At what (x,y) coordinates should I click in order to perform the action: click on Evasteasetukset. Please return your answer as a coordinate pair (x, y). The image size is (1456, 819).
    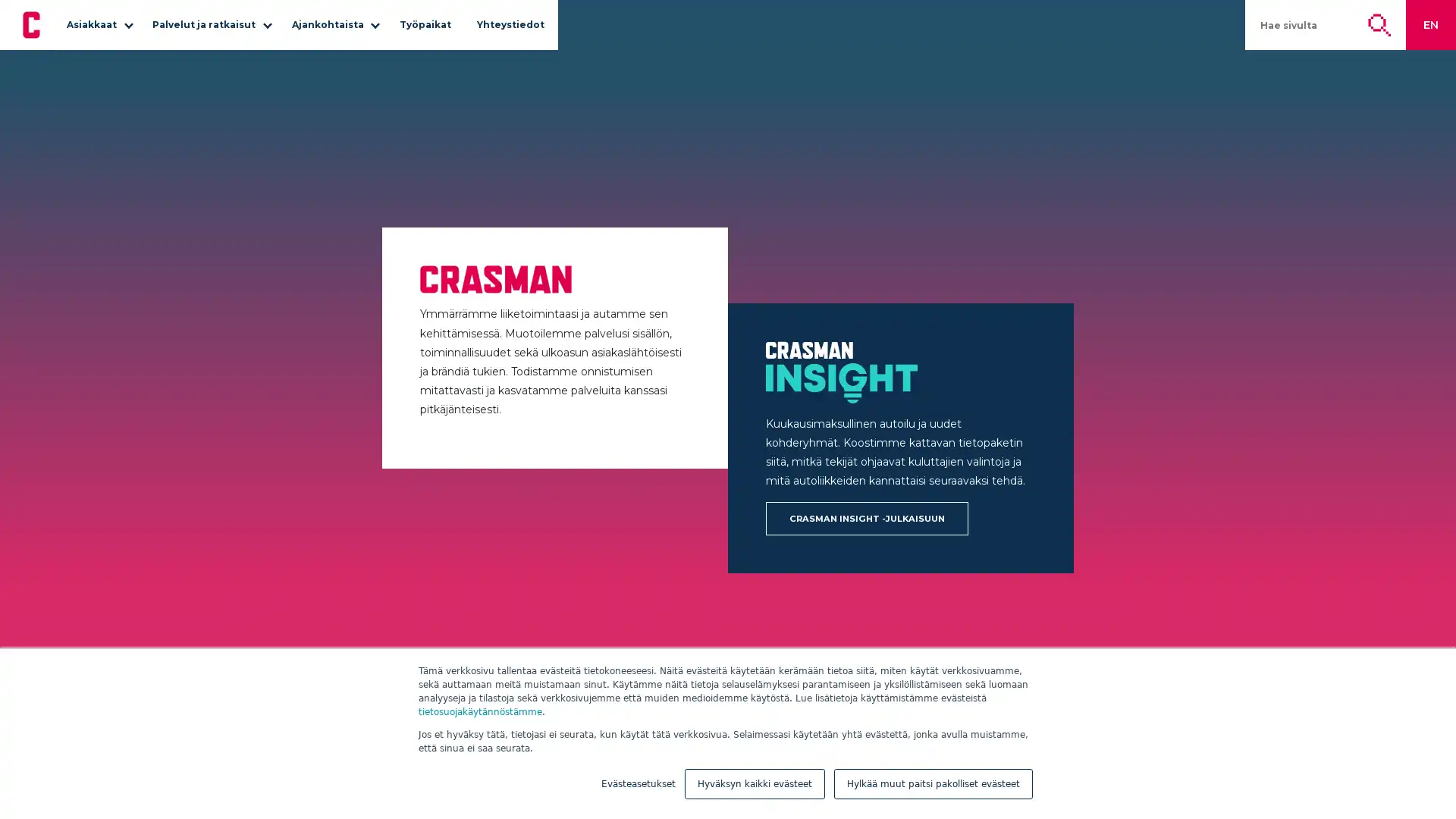
    Looking at the image, I should click on (638, 783).